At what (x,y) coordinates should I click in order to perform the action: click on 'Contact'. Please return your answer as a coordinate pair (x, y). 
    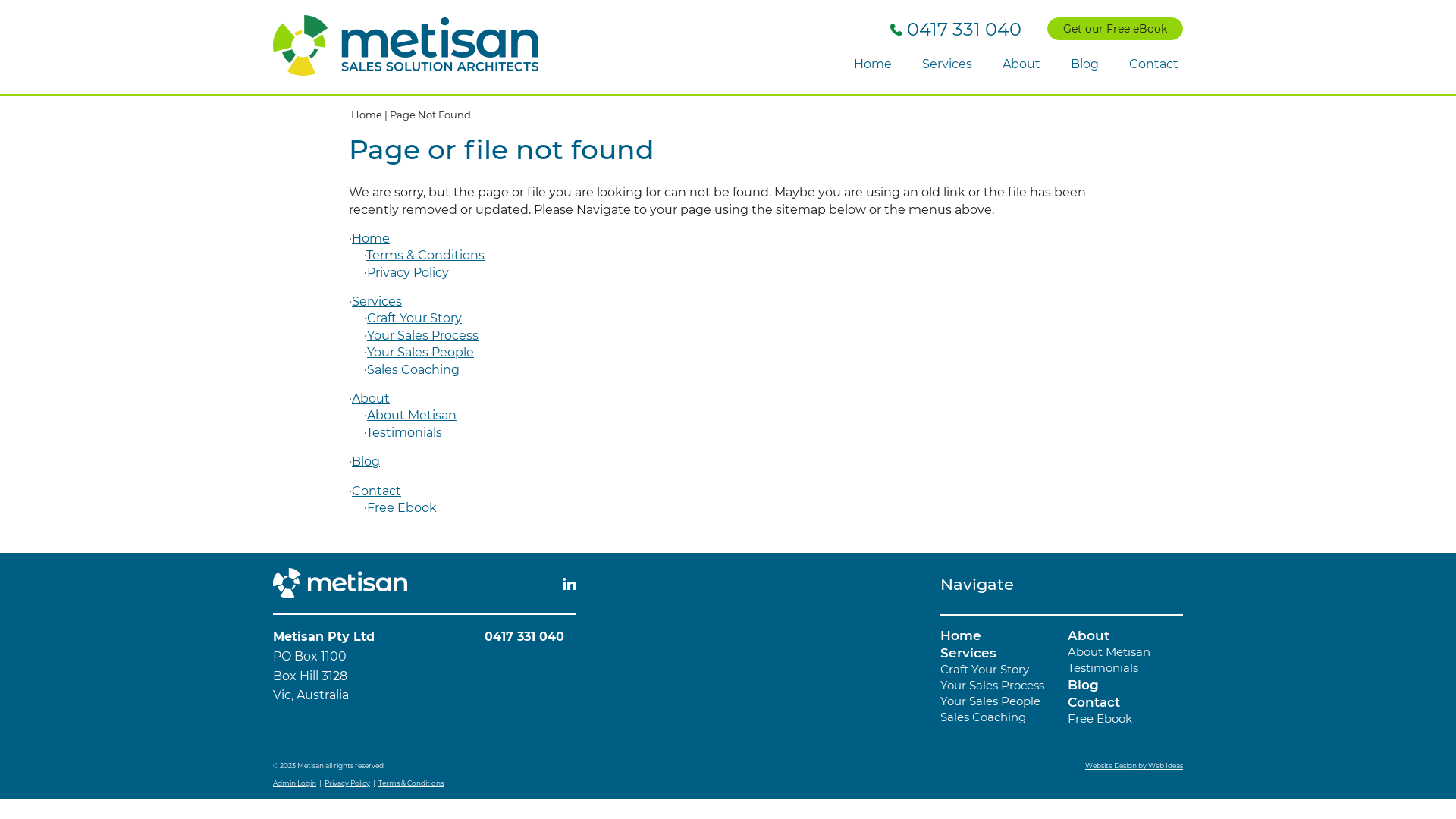
    Looking at the image, I should click on (1094, 701).